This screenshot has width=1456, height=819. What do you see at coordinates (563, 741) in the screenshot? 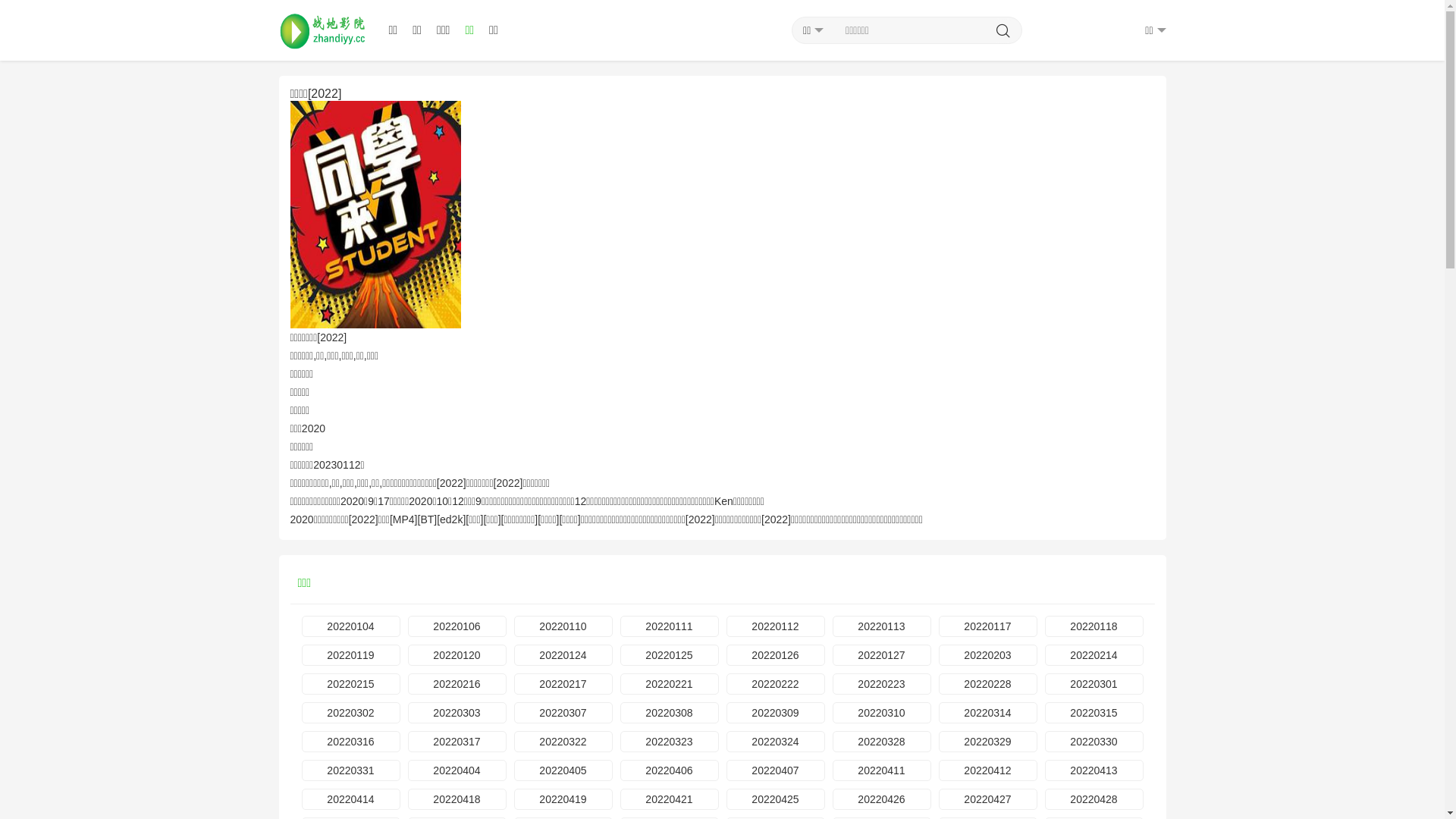
I see `'20220322'` at bounding box center [563, 741].